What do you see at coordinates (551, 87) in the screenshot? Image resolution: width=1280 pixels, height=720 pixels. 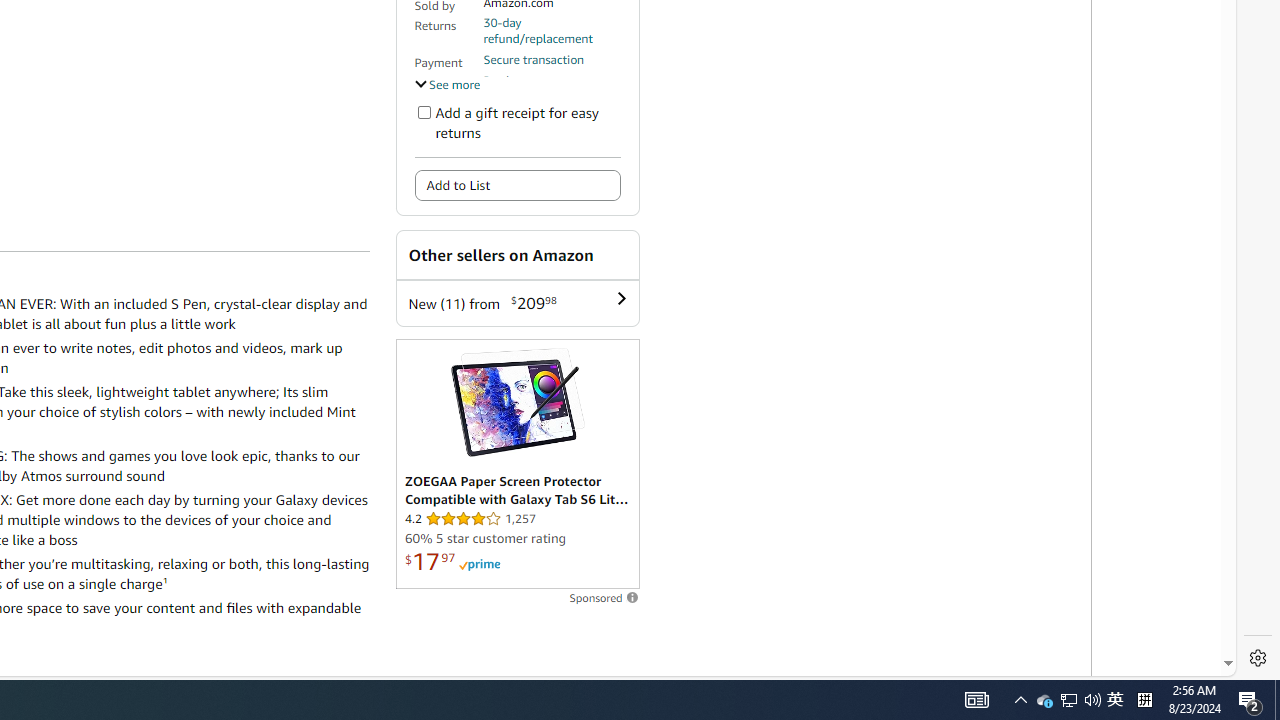 I see `'Product support included'` at bounding box center [551, 87].